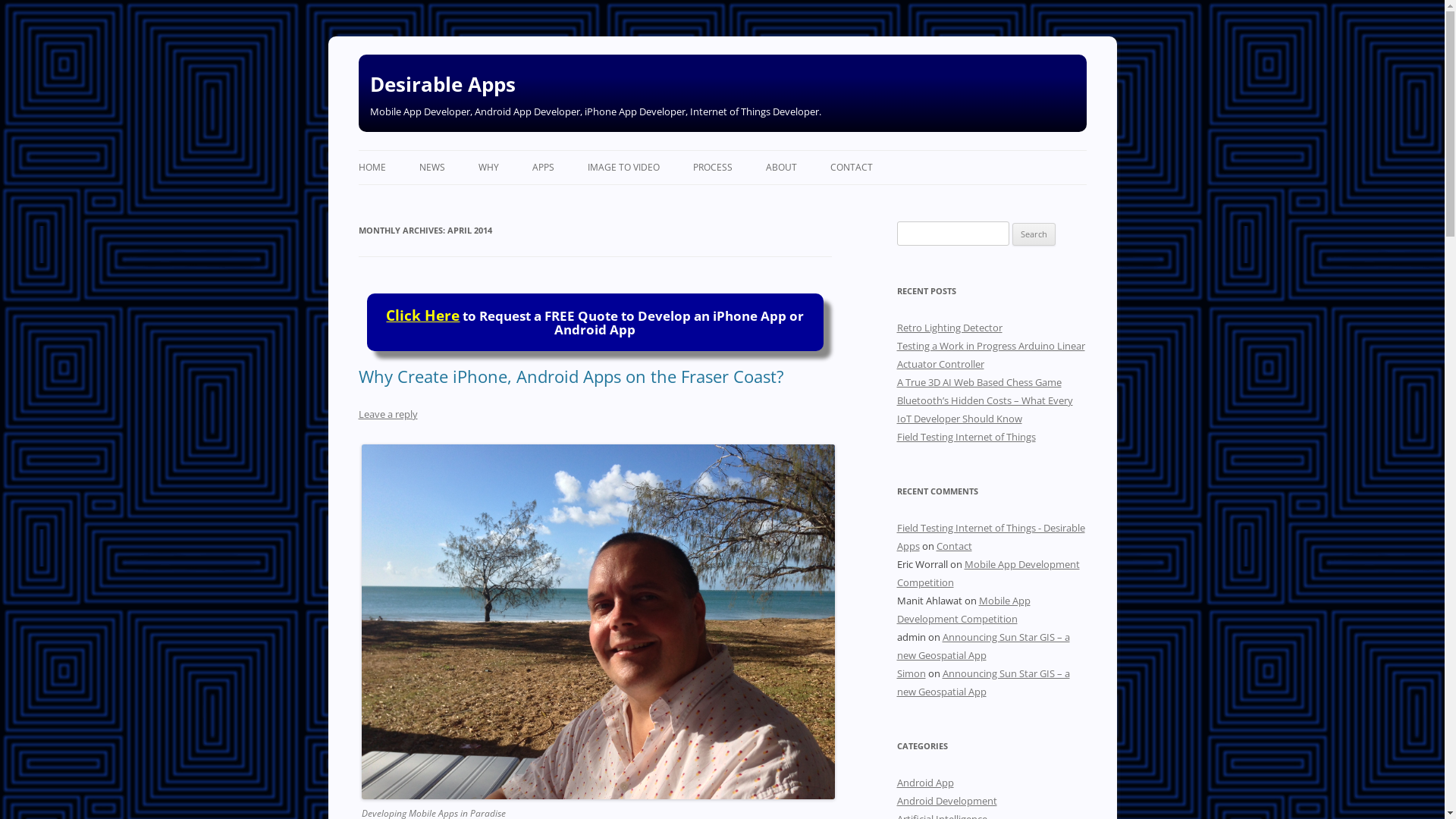 This screenshot has height=819, width=1456. I want to click on 'Simon', so click(910, 672).